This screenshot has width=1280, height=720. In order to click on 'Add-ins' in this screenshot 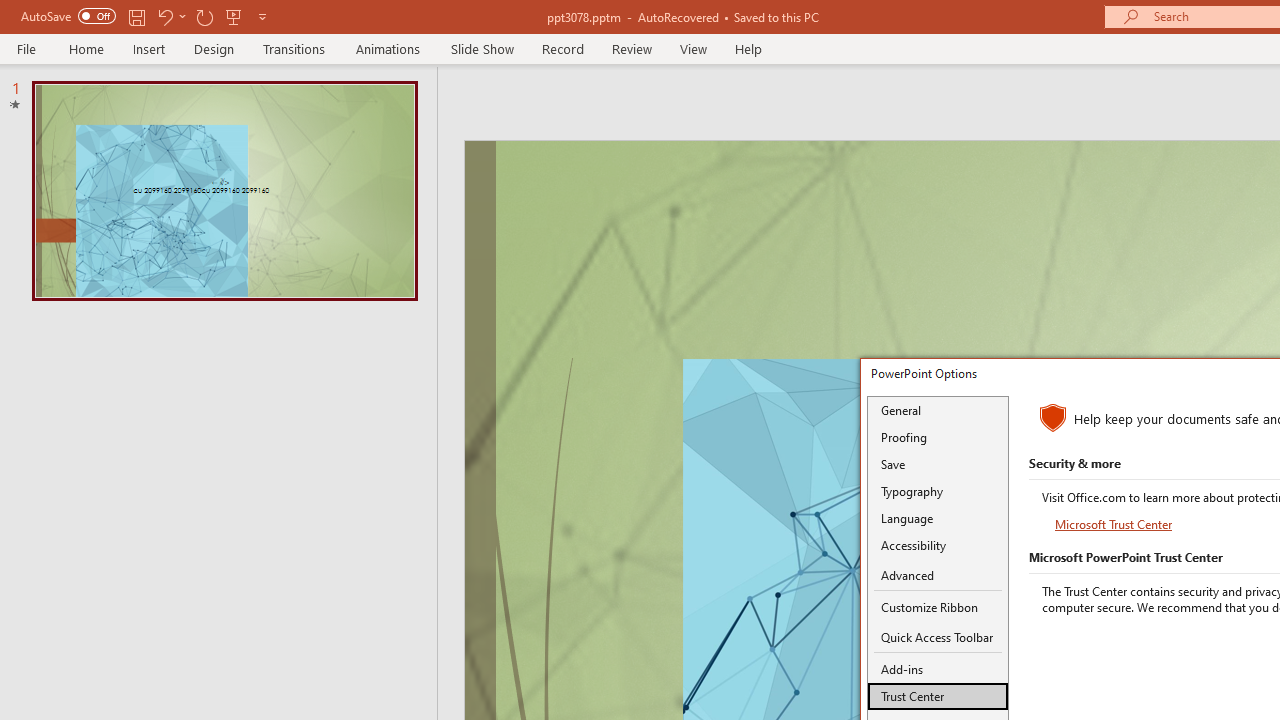, I will do `click(937, 669)`.